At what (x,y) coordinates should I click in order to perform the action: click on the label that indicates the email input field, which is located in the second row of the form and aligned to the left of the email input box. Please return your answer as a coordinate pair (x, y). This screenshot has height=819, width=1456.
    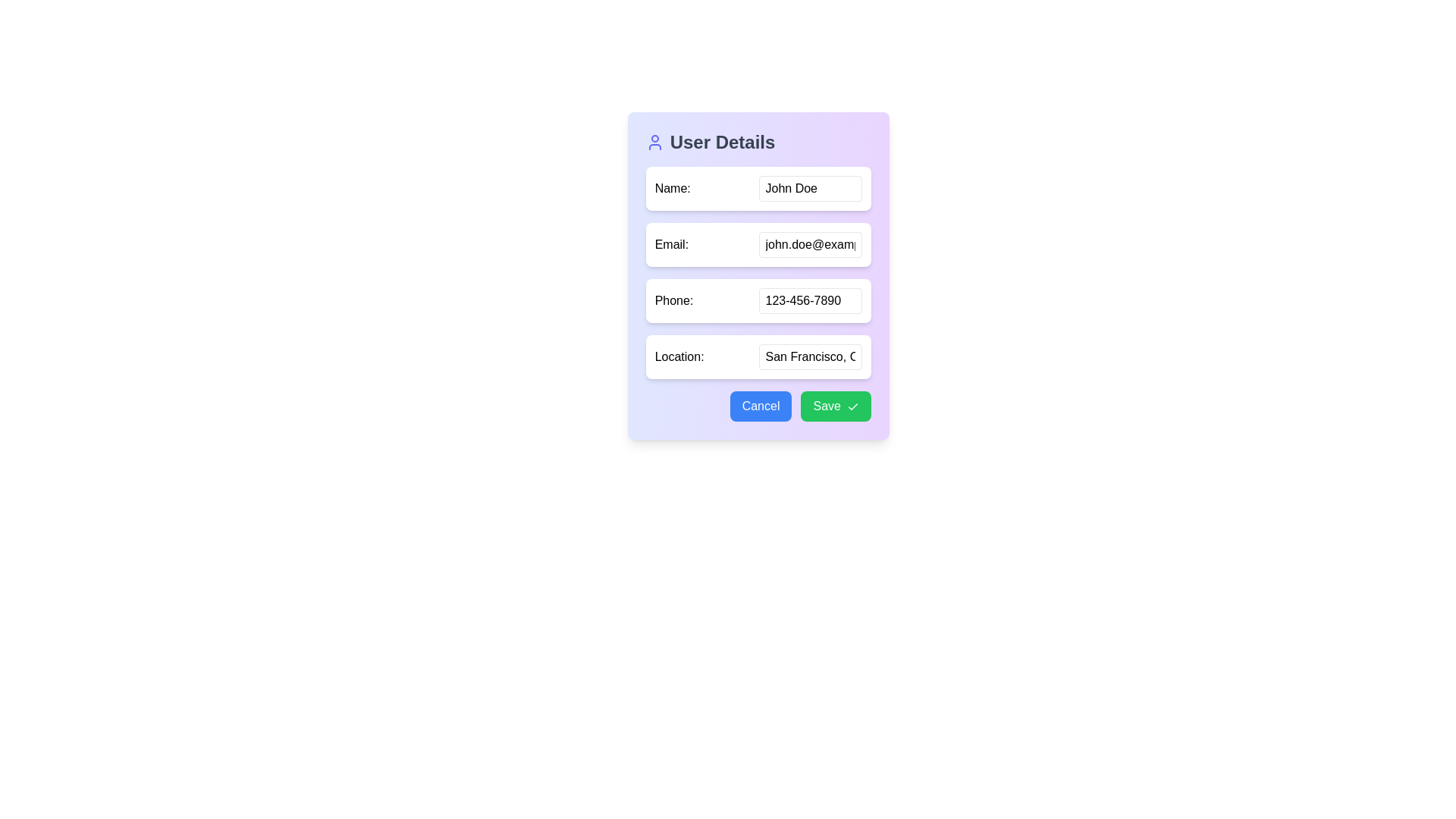
    Looking at the image, I should click on (670, 244).